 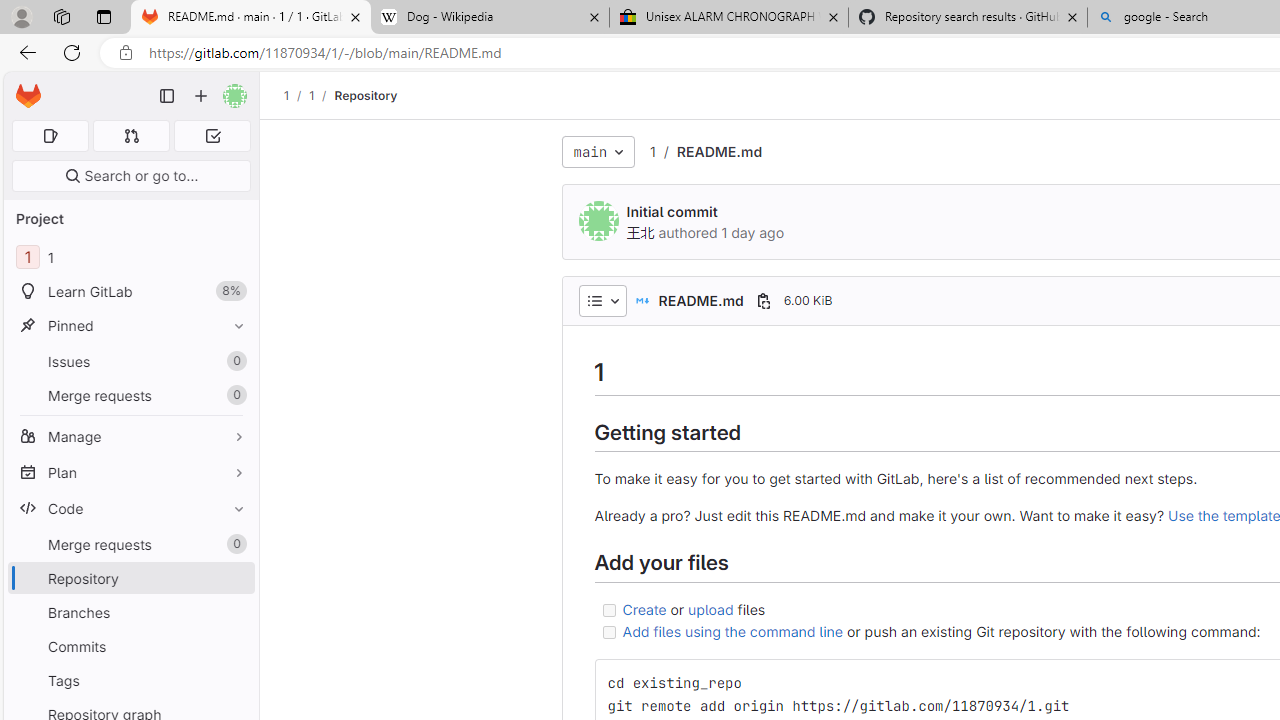 I want to click on 'Repository', so click(x=366, y=95).